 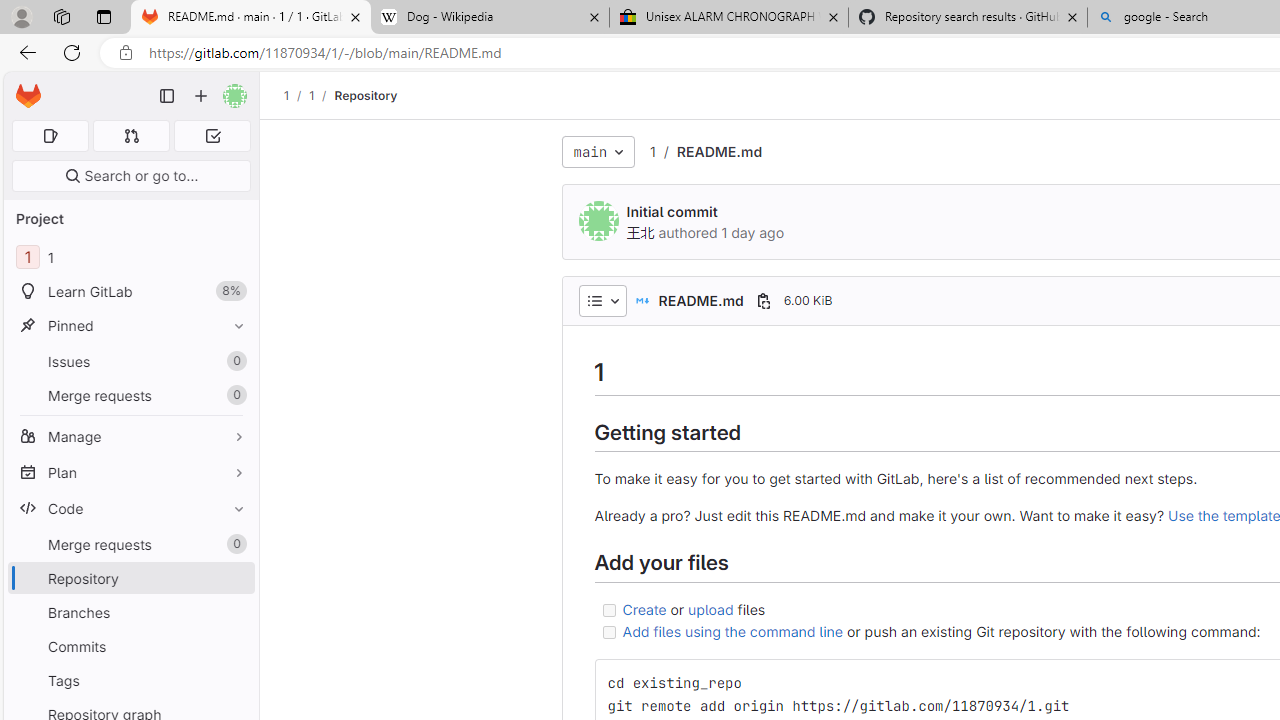 I want to click on 'Repository', so click(x=366, y=95).